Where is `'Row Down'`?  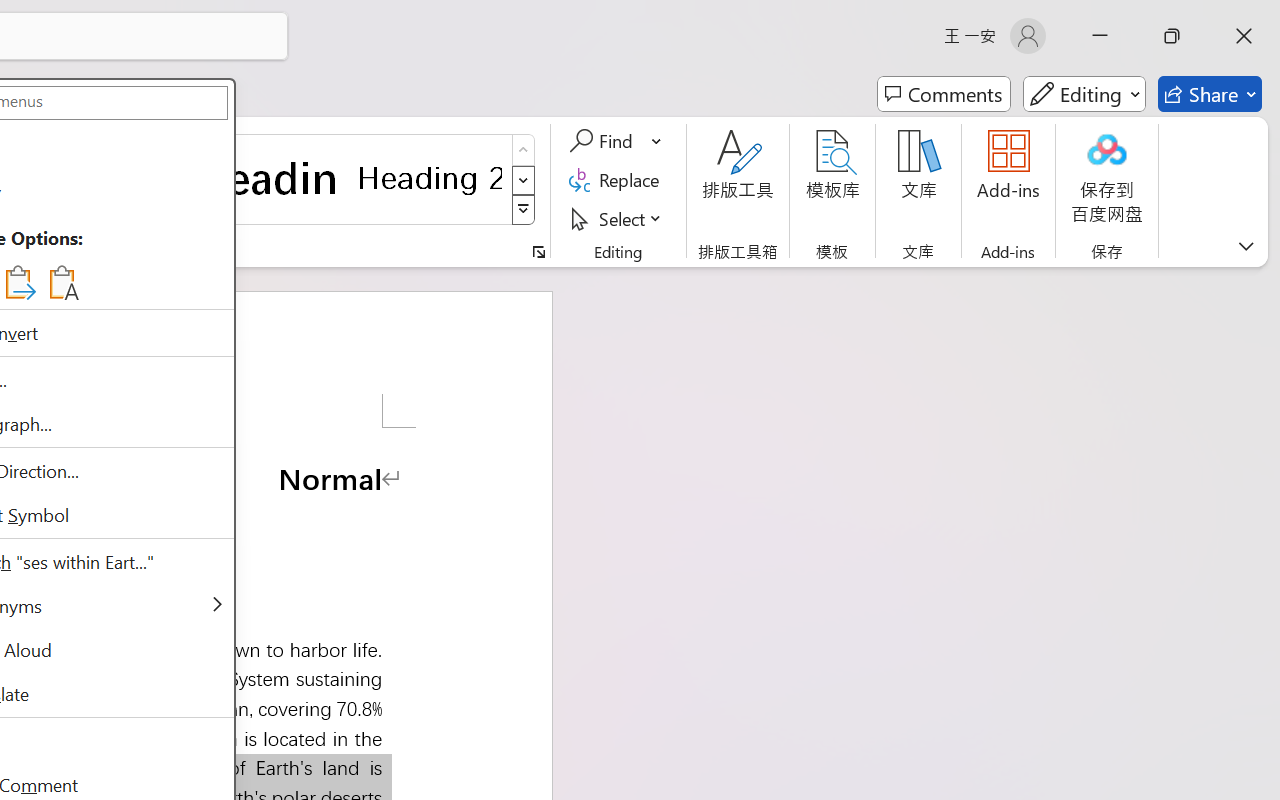 'Row Down' is located at coordinates (523, 179).